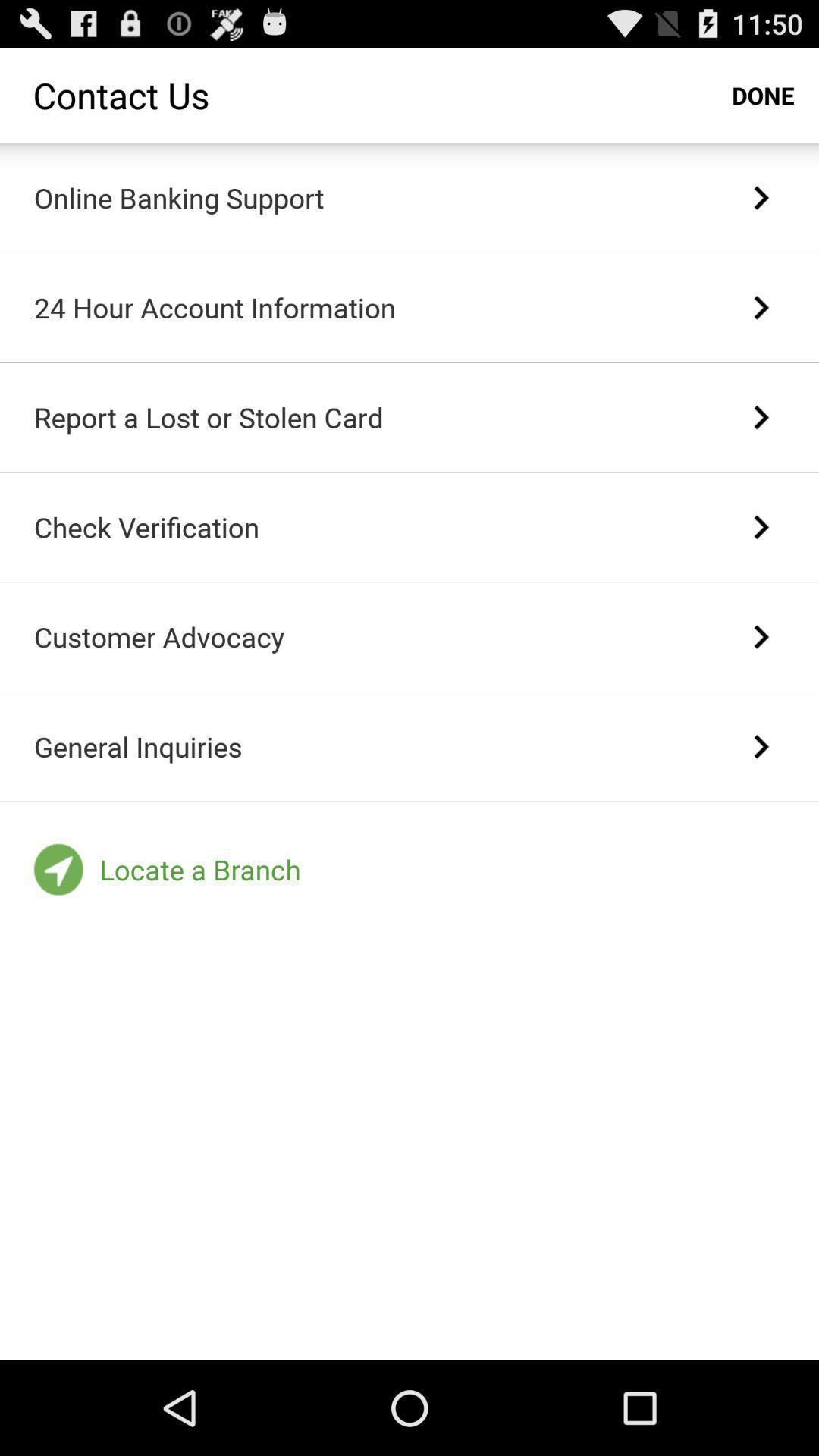 The height and width of the screenshot is (1456, 819). I want to click on the item to the right of online banking support item, so click(761, 196).